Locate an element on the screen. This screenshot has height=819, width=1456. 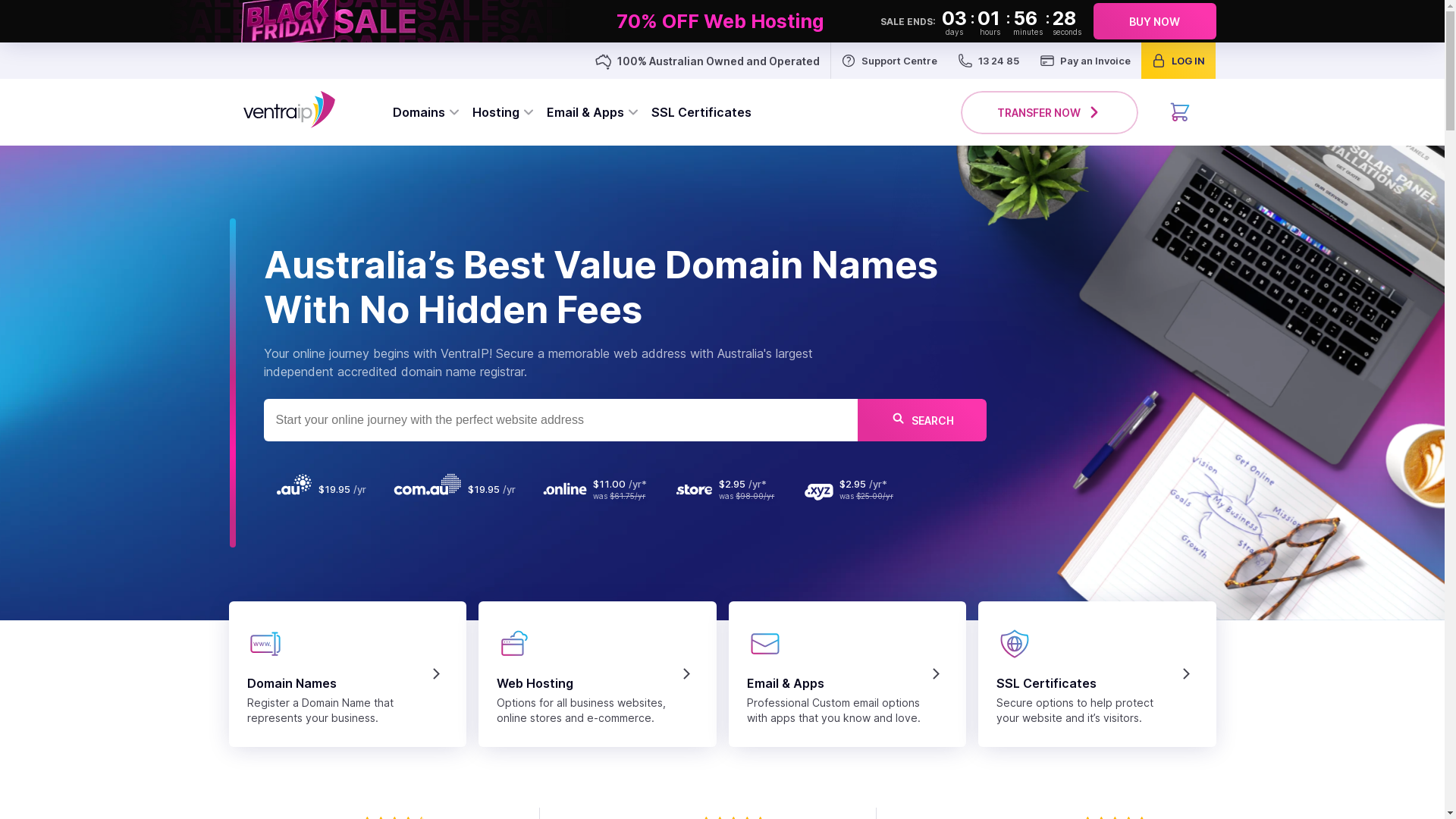
'BUY NOW' is located at coordinates (1153, 20).